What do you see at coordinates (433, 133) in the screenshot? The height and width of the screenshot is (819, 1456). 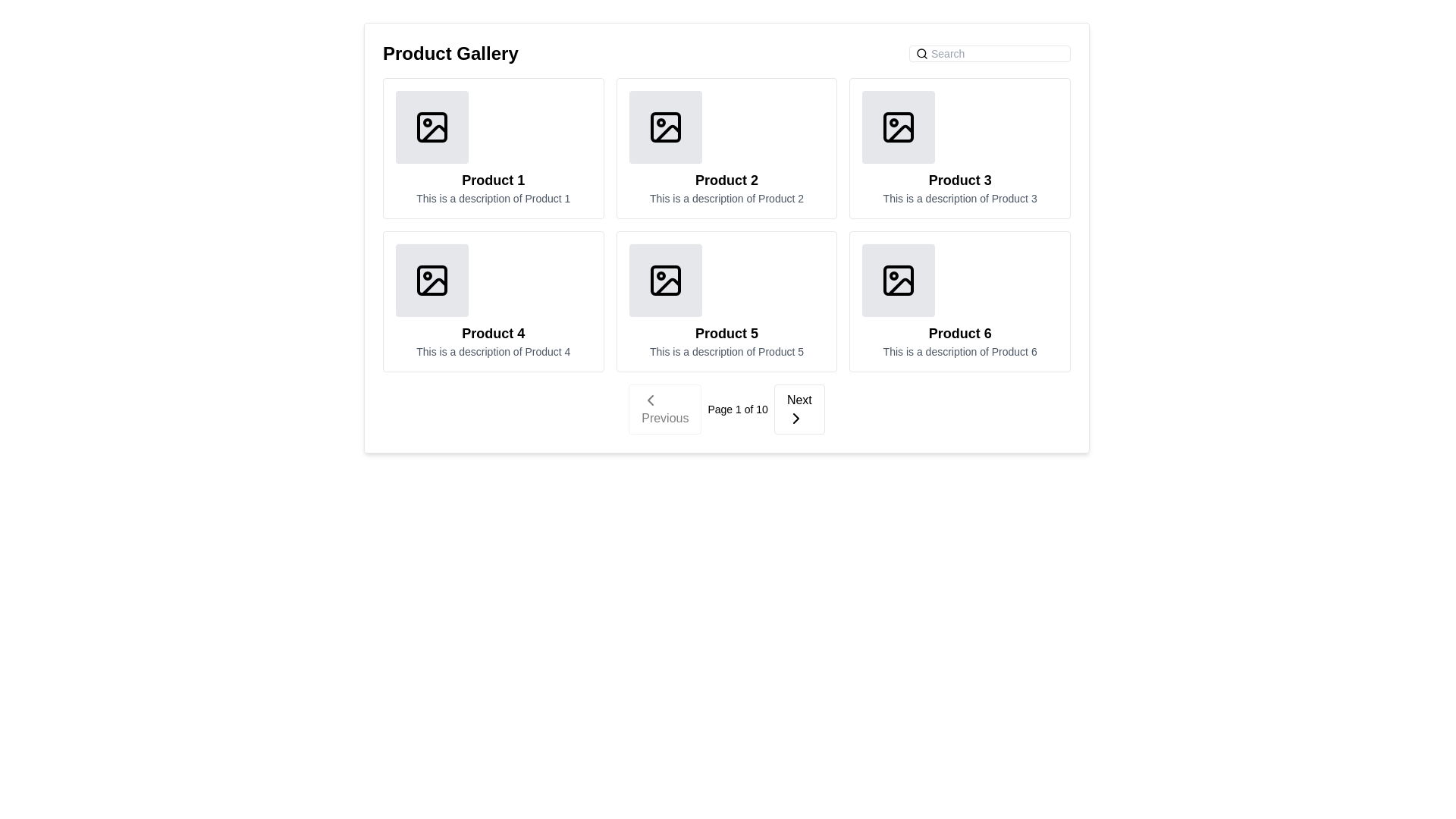 I see `decorative graphical component within the image placeholder icon of 'Product 1' located in the upper-left corner of the product gallery` at bounding box center [433, 133].